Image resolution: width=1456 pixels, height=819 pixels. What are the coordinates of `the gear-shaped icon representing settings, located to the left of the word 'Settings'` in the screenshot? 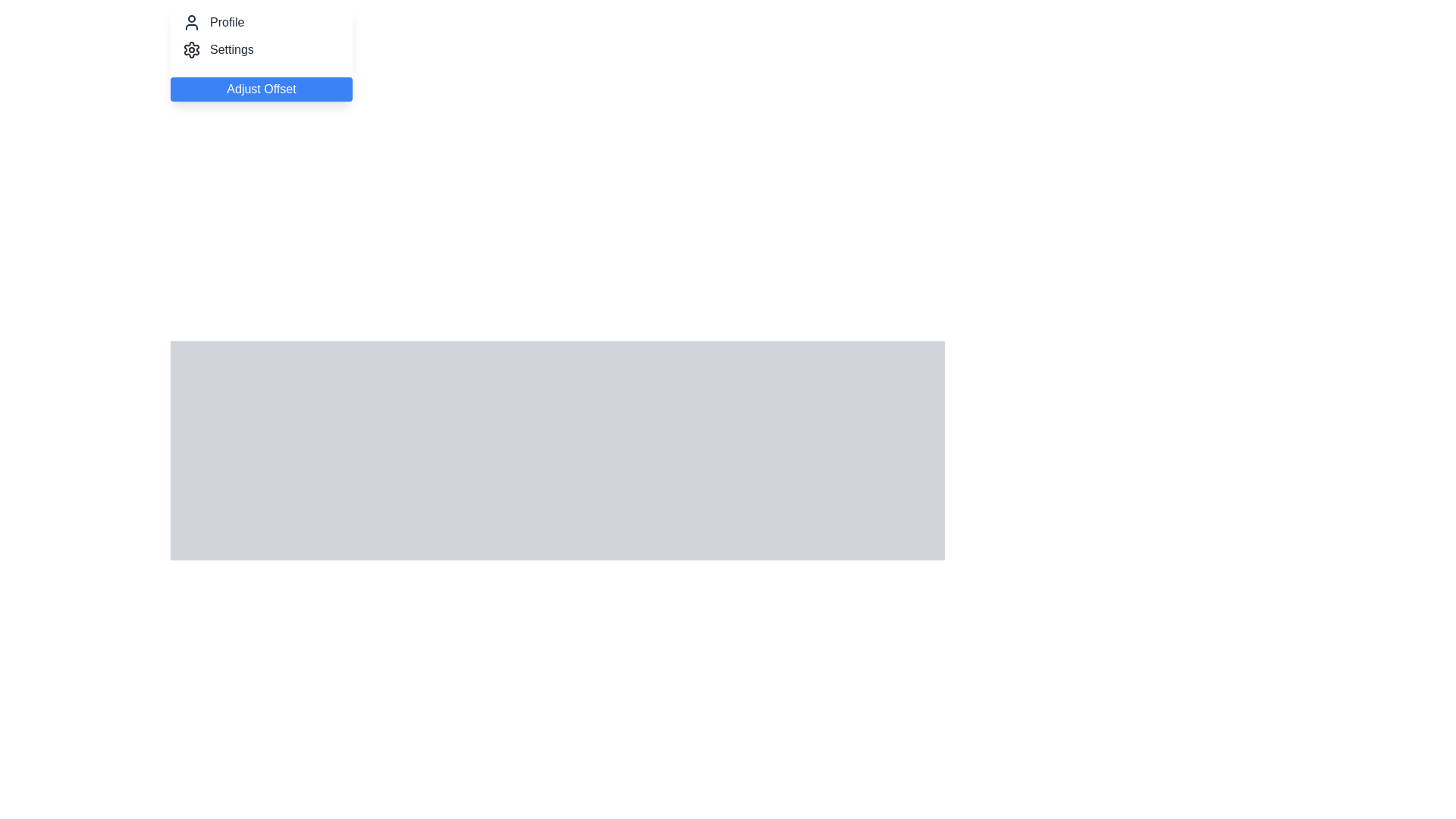 It's located at (191, 49).